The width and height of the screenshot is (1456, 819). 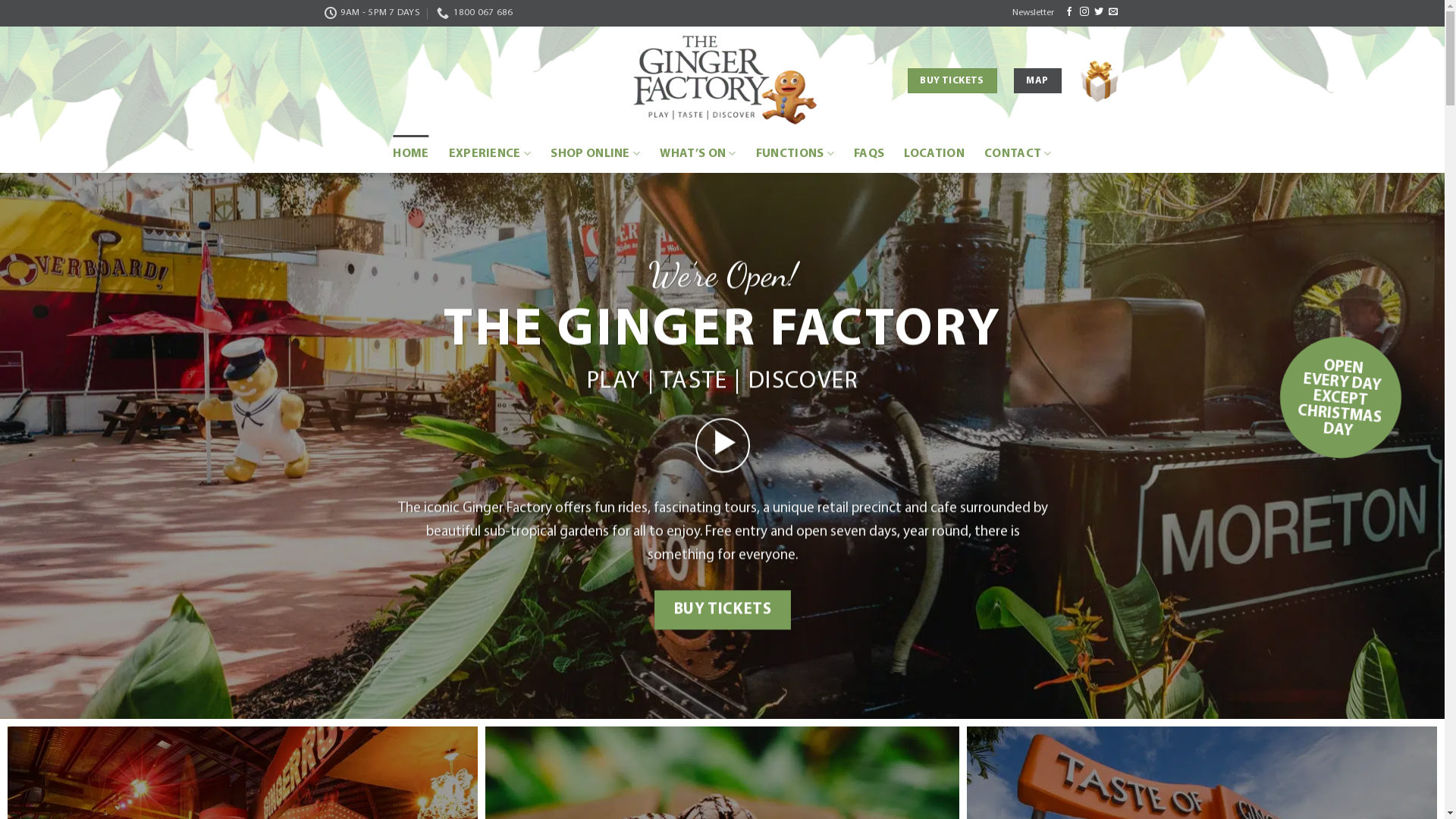 What do you see at coordinates (722, 81) in the screenshot?
I see `'The Ginger Factory'` at bounding box center [722, 81].